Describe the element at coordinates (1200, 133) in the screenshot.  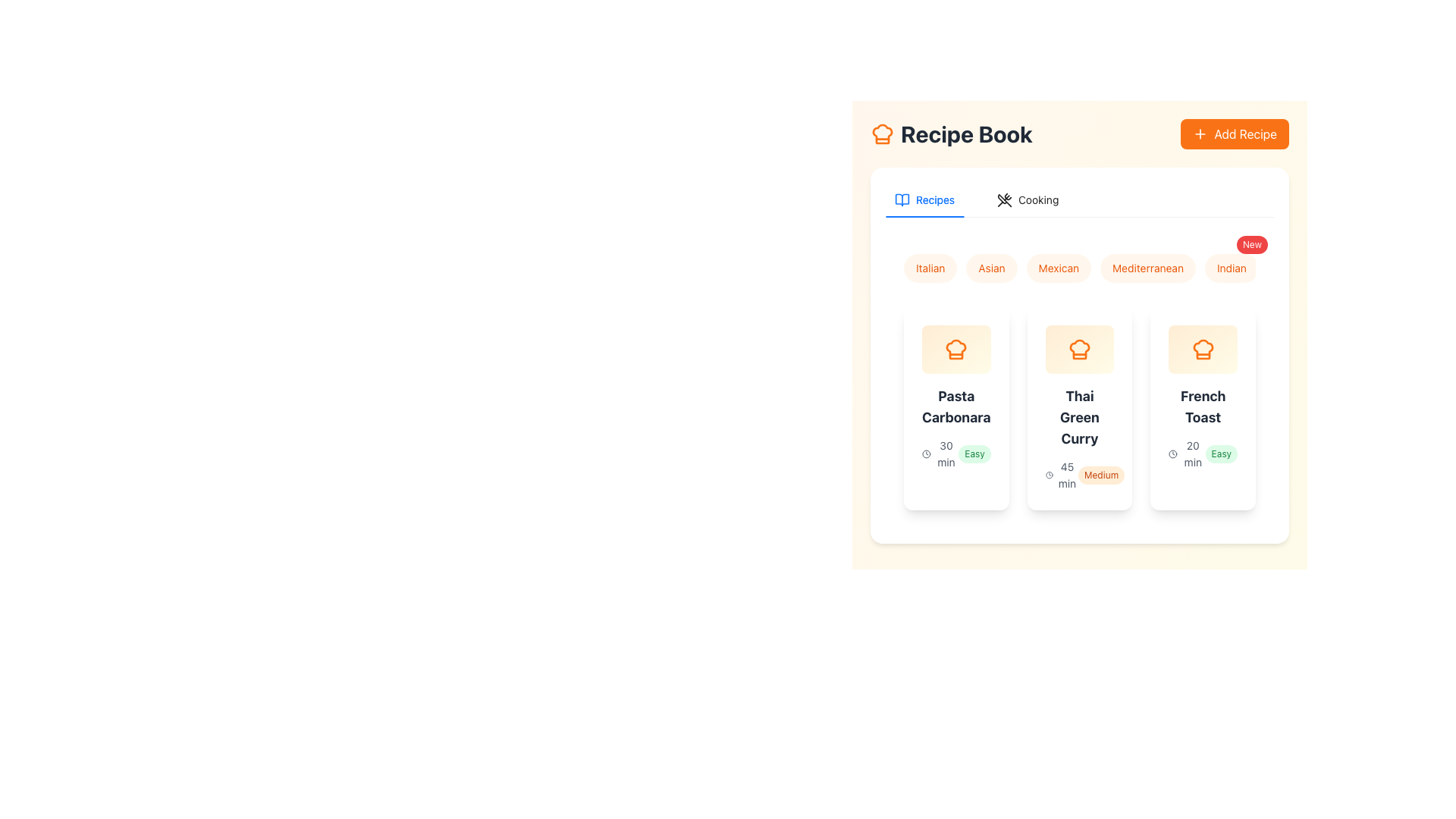
I see `the 'add' icon located to the left of the 'Add Recipe' button, which has a bright orange background and rounded edges` at that location.